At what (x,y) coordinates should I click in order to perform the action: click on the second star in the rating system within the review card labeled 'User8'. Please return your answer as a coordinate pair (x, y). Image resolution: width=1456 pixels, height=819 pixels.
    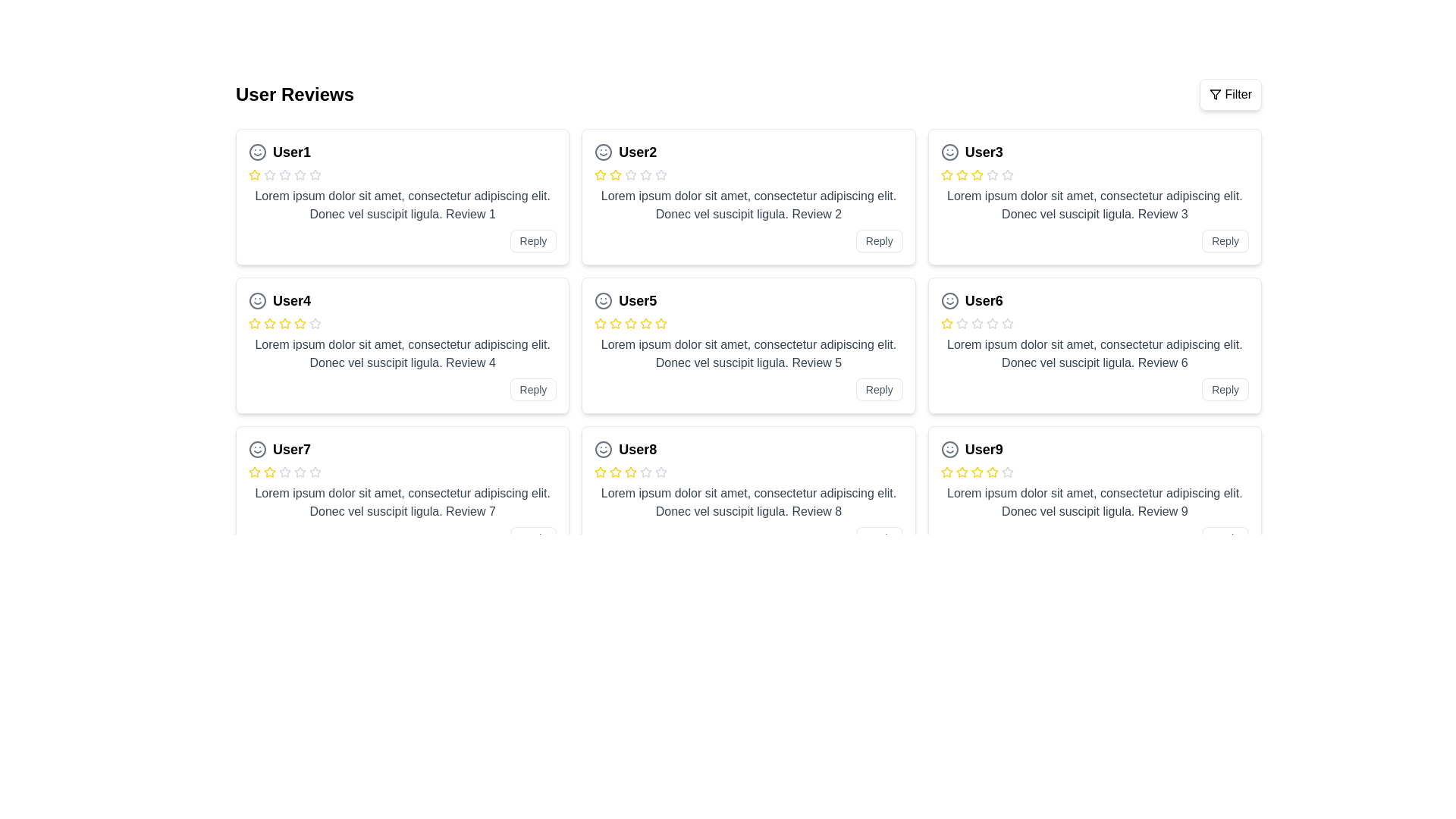
    Looking at the image, I should click on (616, 471).